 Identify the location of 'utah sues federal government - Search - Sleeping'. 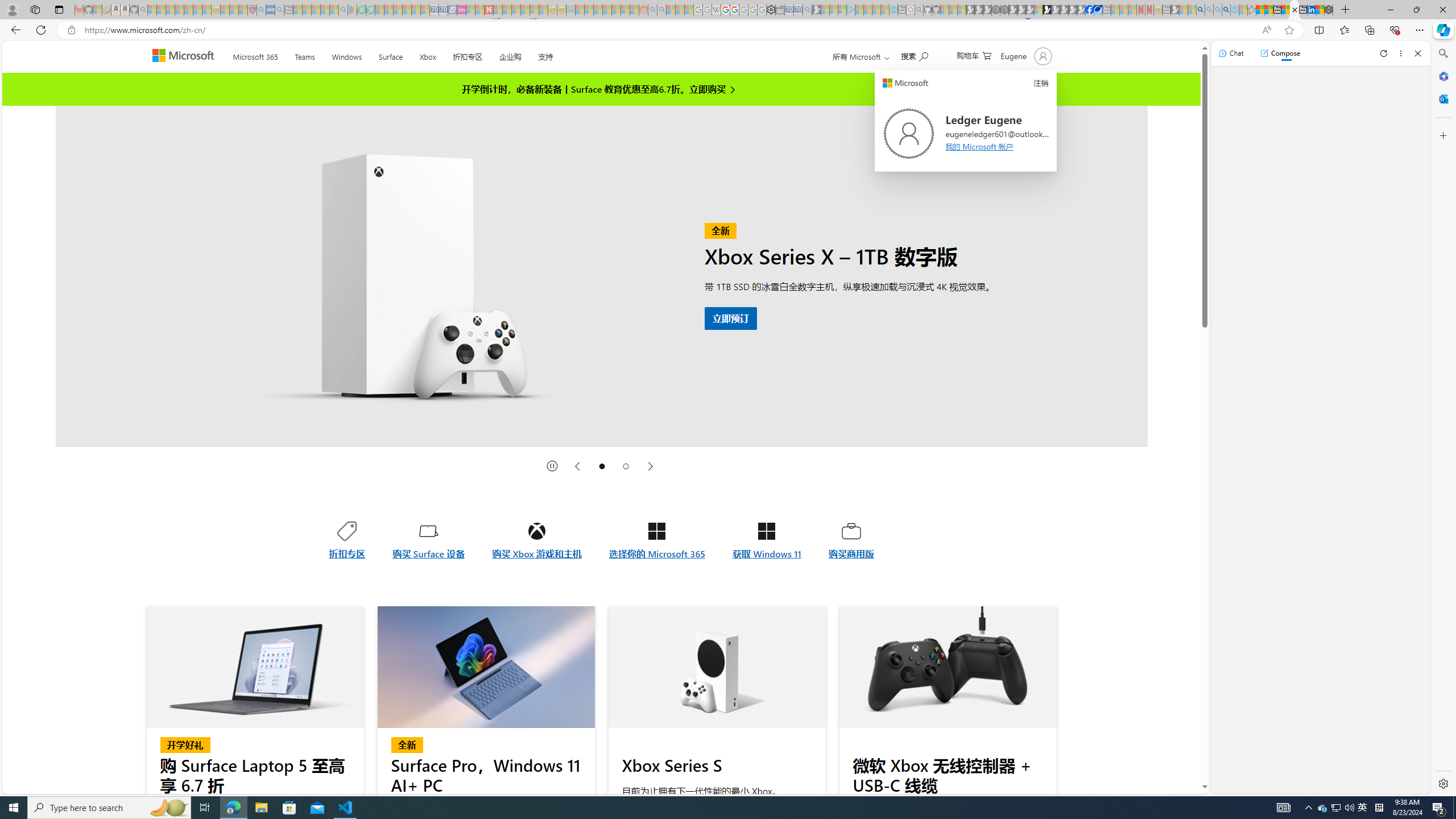
(279, 9).